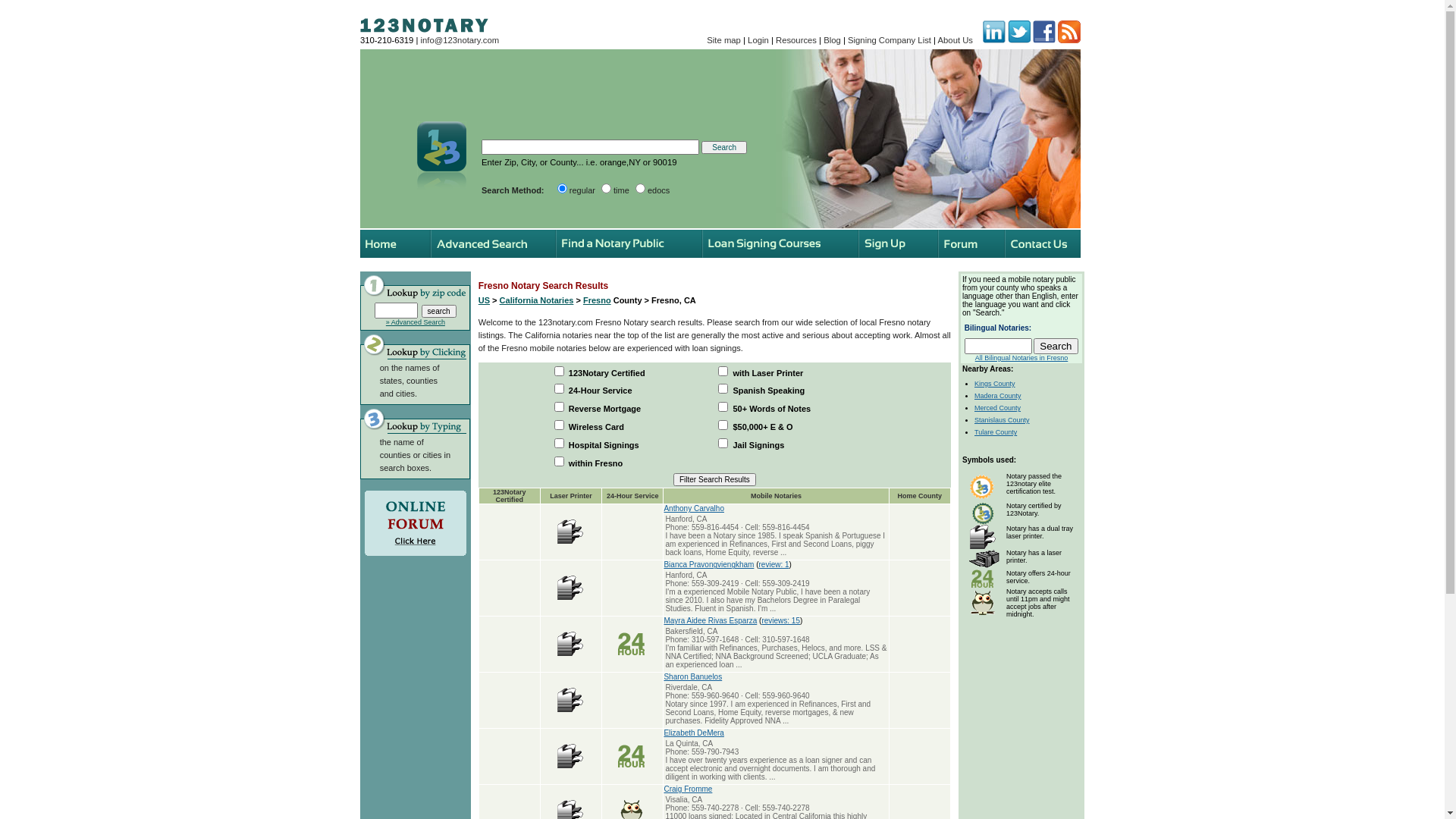 Image resolution: width=1456 pixels, height=819 pixels. What do you see at coordinates (1002, 420) in the screenshot?
I see `'Stanislaus County'` at bounding box center [1002, 420].